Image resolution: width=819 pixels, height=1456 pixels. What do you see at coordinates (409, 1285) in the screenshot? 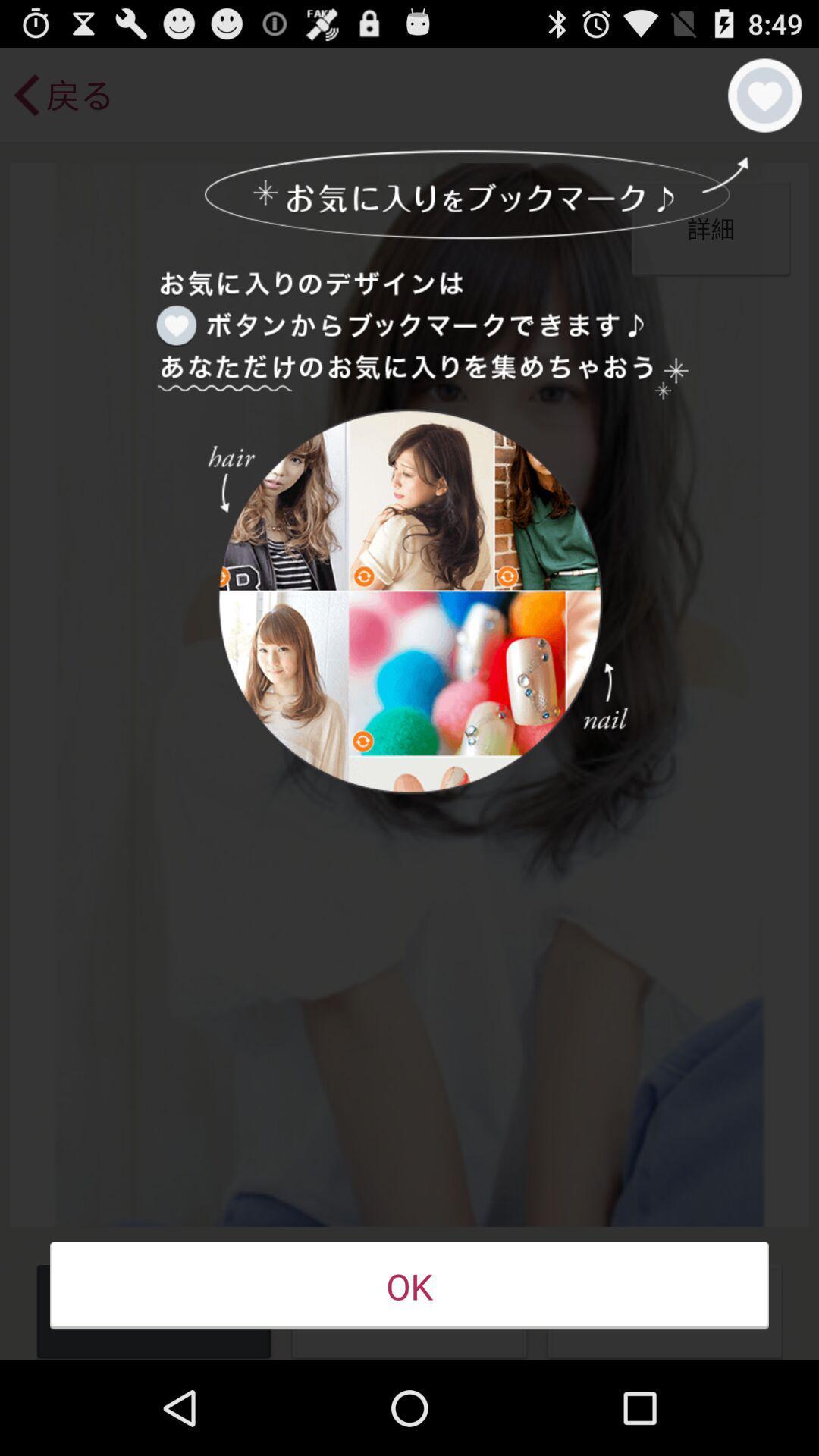
I see `the ok button` at bounding box center [409, 1285].